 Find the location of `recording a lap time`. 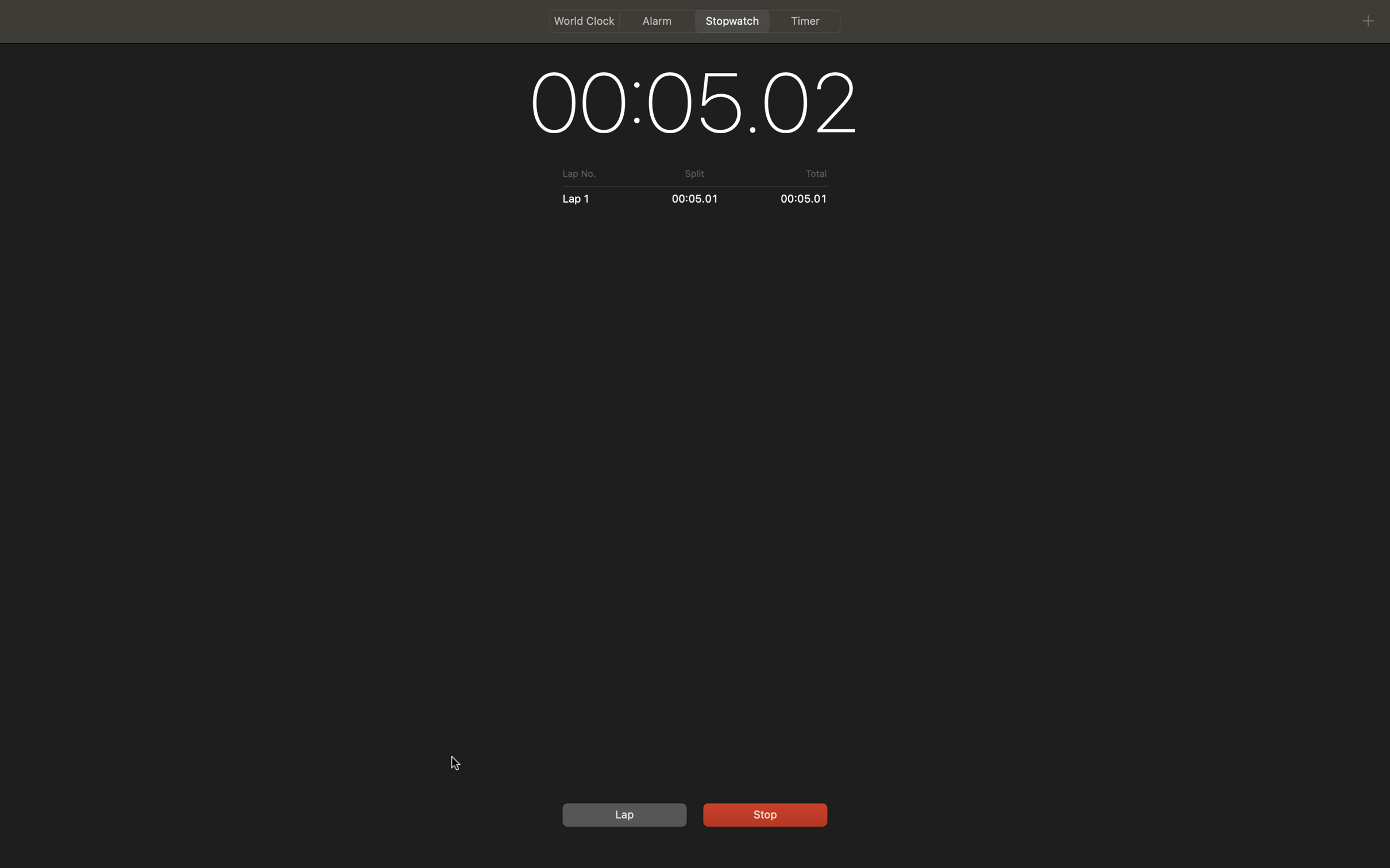

recording a lap time is located at coordinates (622, 814).